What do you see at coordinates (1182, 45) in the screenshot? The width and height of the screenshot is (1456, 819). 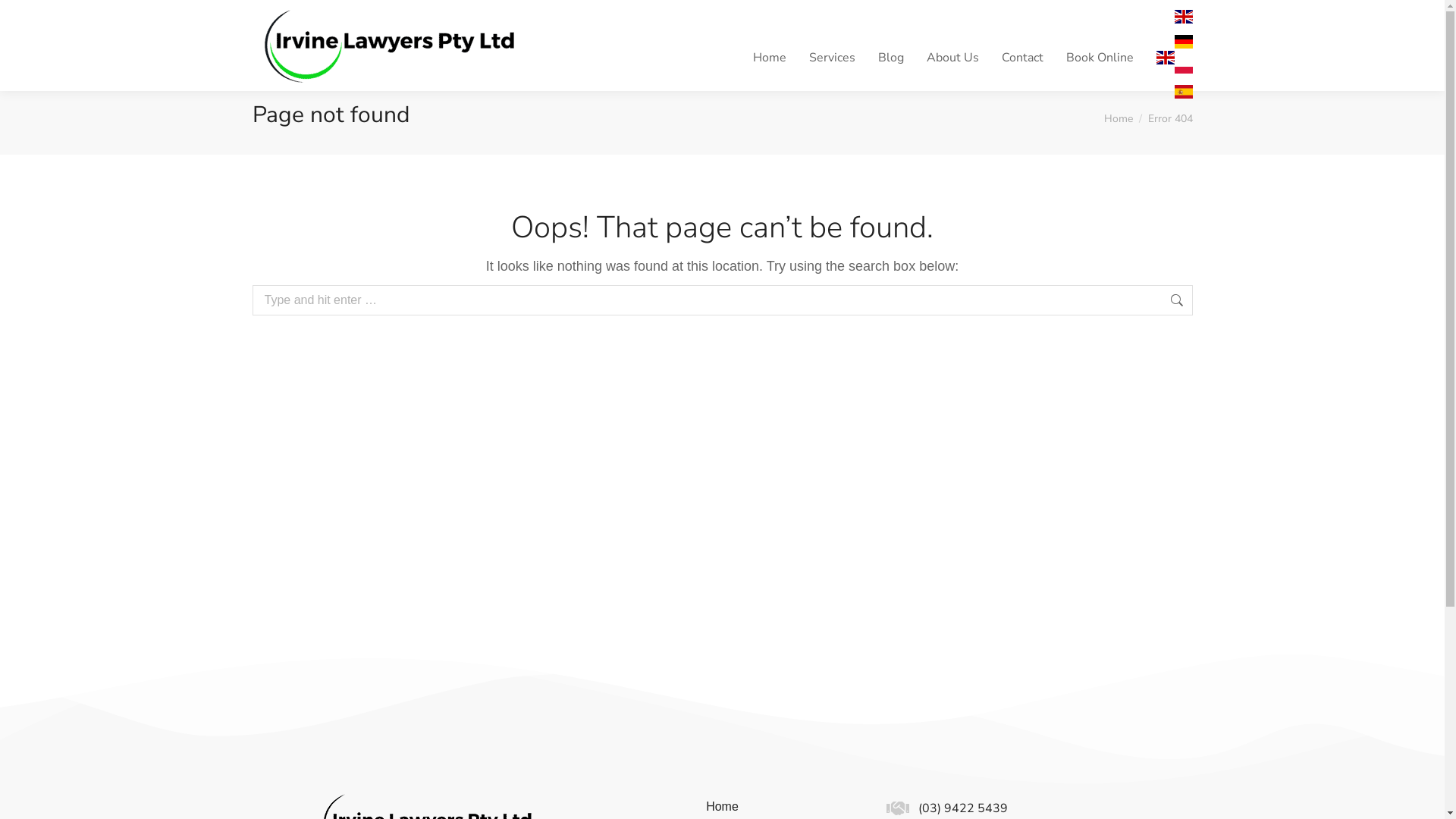 I see `'German'` at bounding box center [1182, 45].